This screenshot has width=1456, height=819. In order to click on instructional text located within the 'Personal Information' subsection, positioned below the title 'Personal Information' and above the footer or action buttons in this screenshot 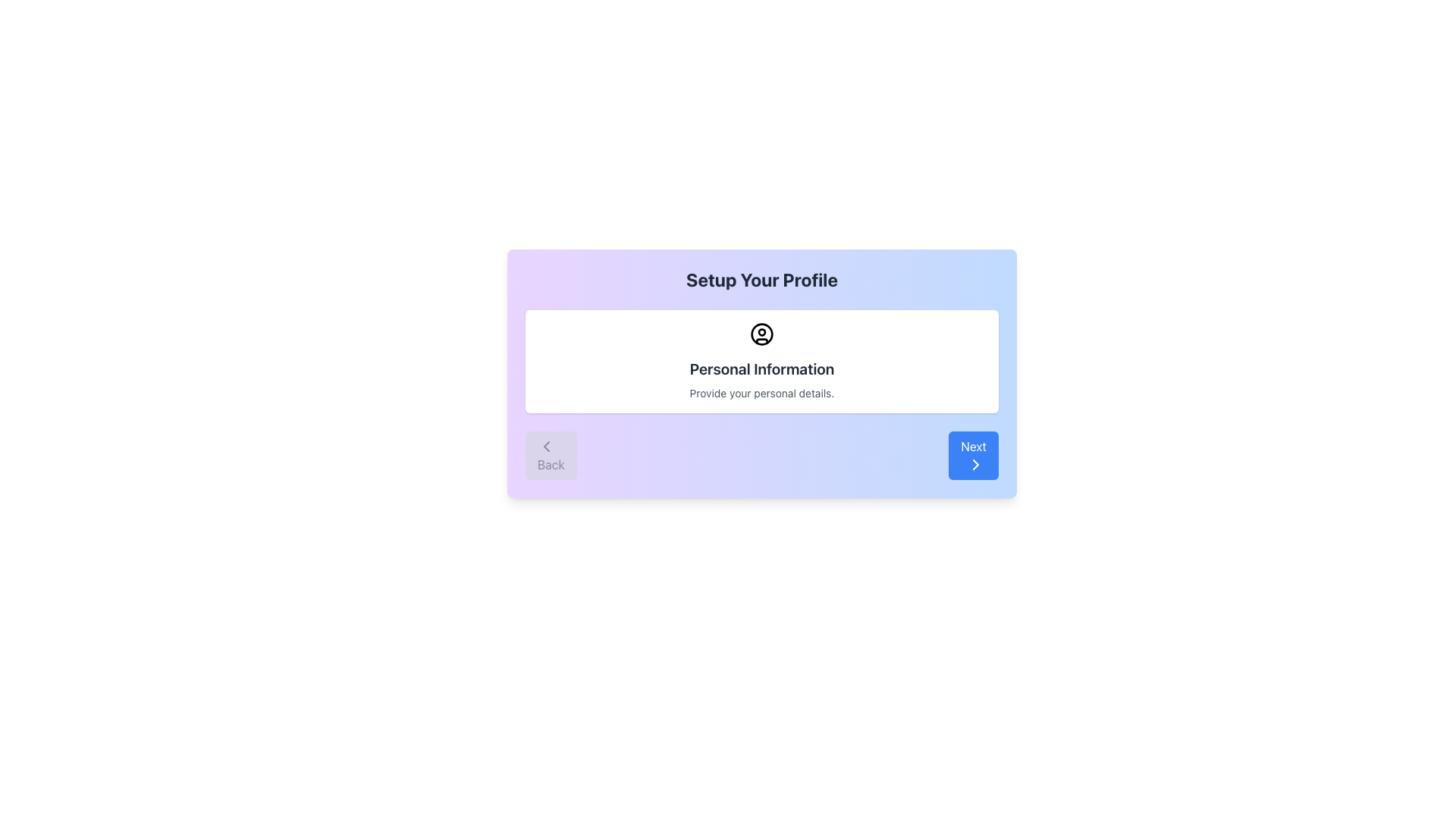, I will do `click(761, 393)`.